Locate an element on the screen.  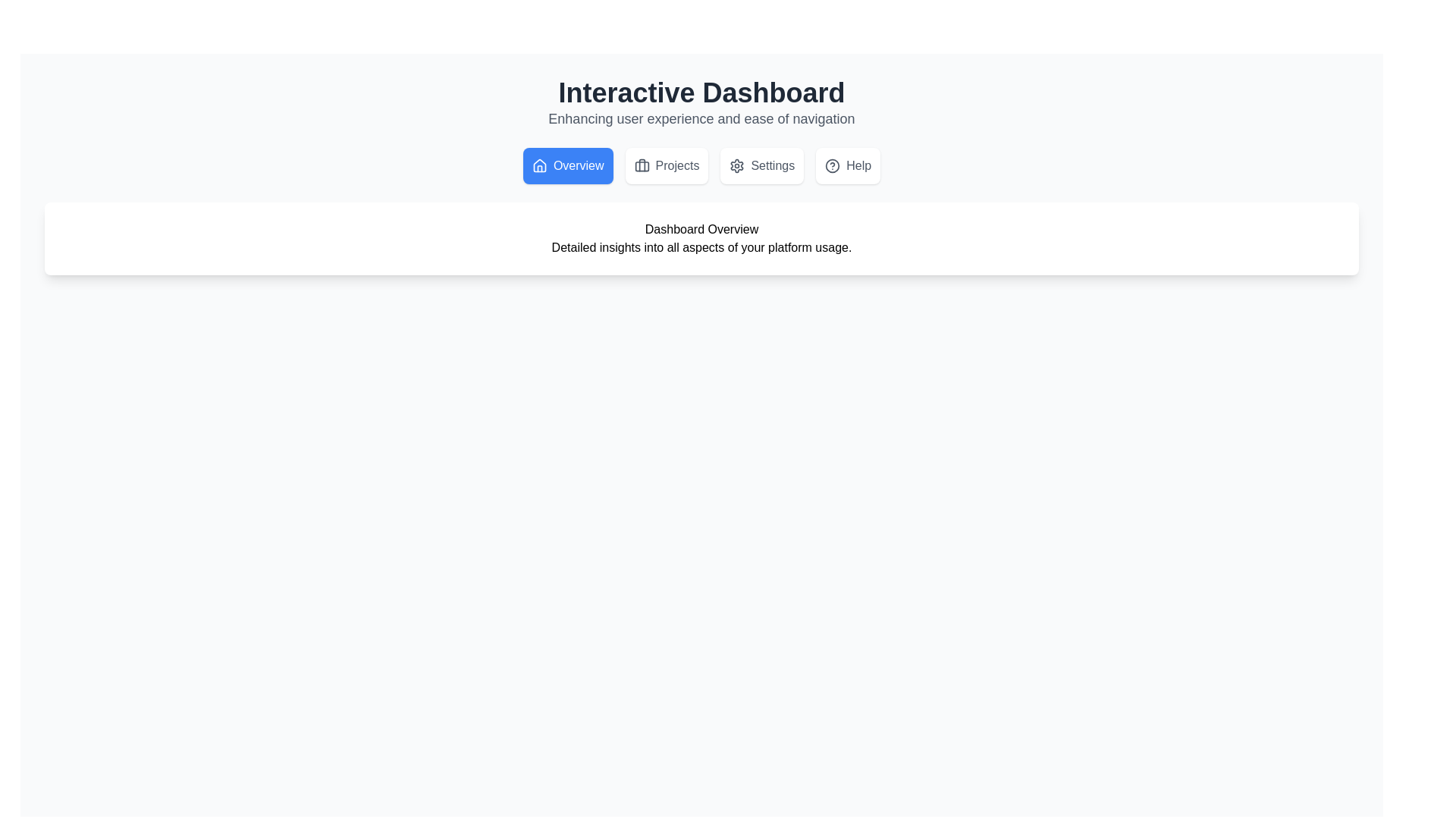
the 'home' icon located within the blue rectangular button labeled 'Overview' is located at coordinates (539, 165).